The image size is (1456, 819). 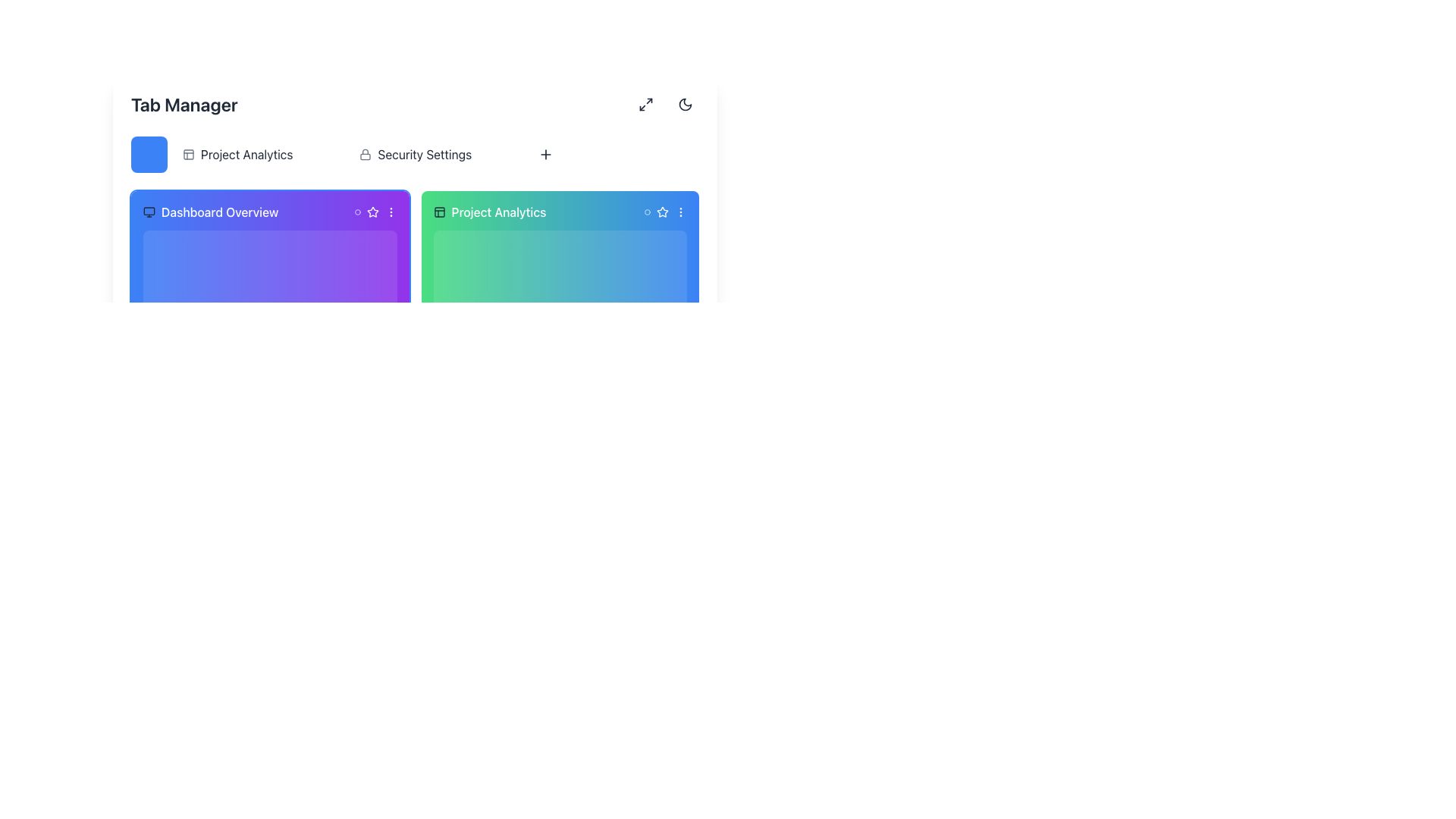 What do you see at coordinates (210, 212) in the screenshot?
I see `the associated icon of the Text Label with Icon that contains the monitor icon and the text 'Dashboard Overview' in the header of the first card below the 'Tab Manager' section` at bounding box center [210, 212].